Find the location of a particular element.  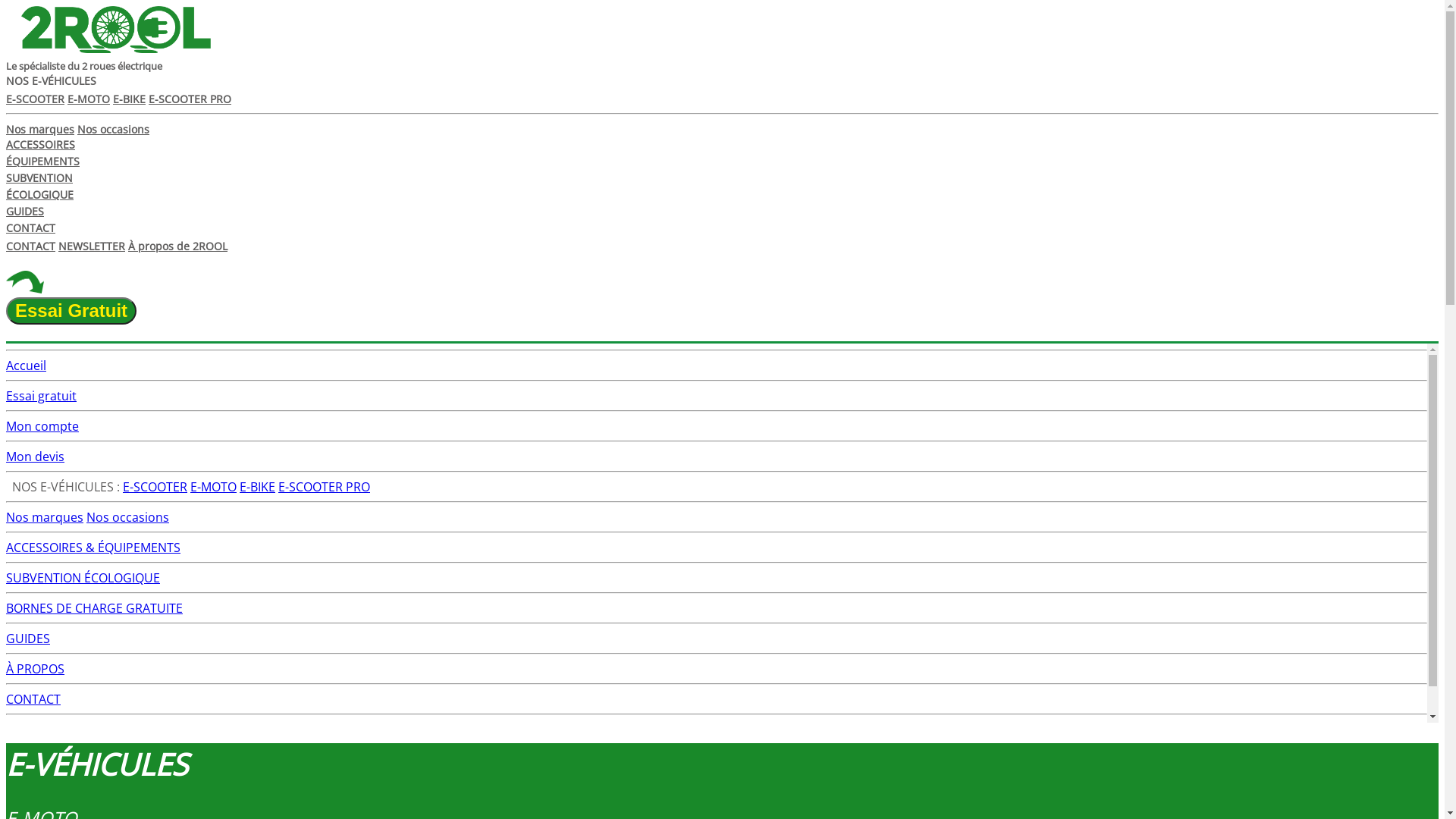

'Mon compte' is located at coordinates (42, 426).